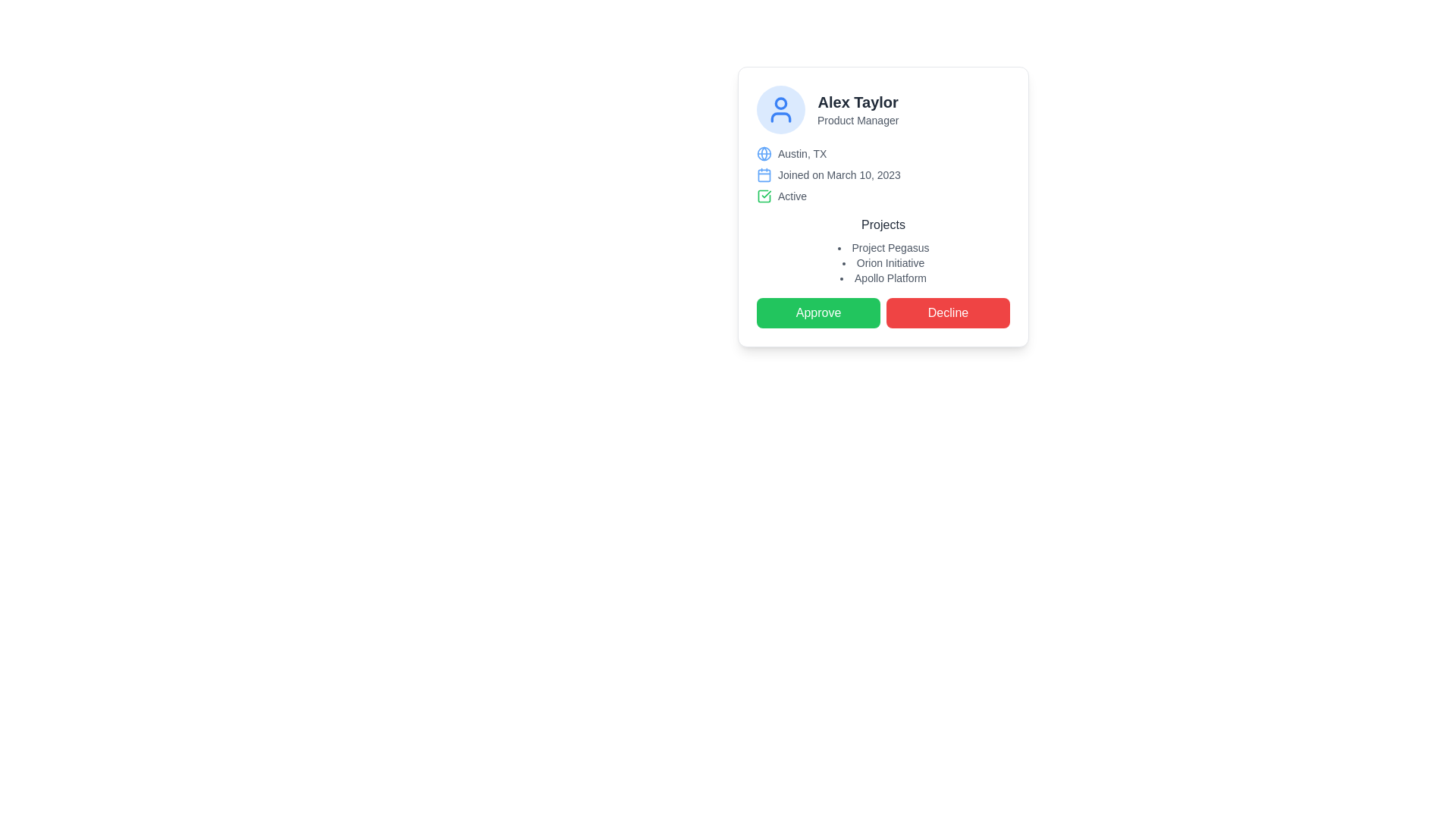 Image resolution: width=1456 pixels, height=819 pixels. I want to click on the text label displaying 'Active' in a small, gray-colored font, which is positioned to the right of a green checkmark icon within a card layout, so click(792, 195).